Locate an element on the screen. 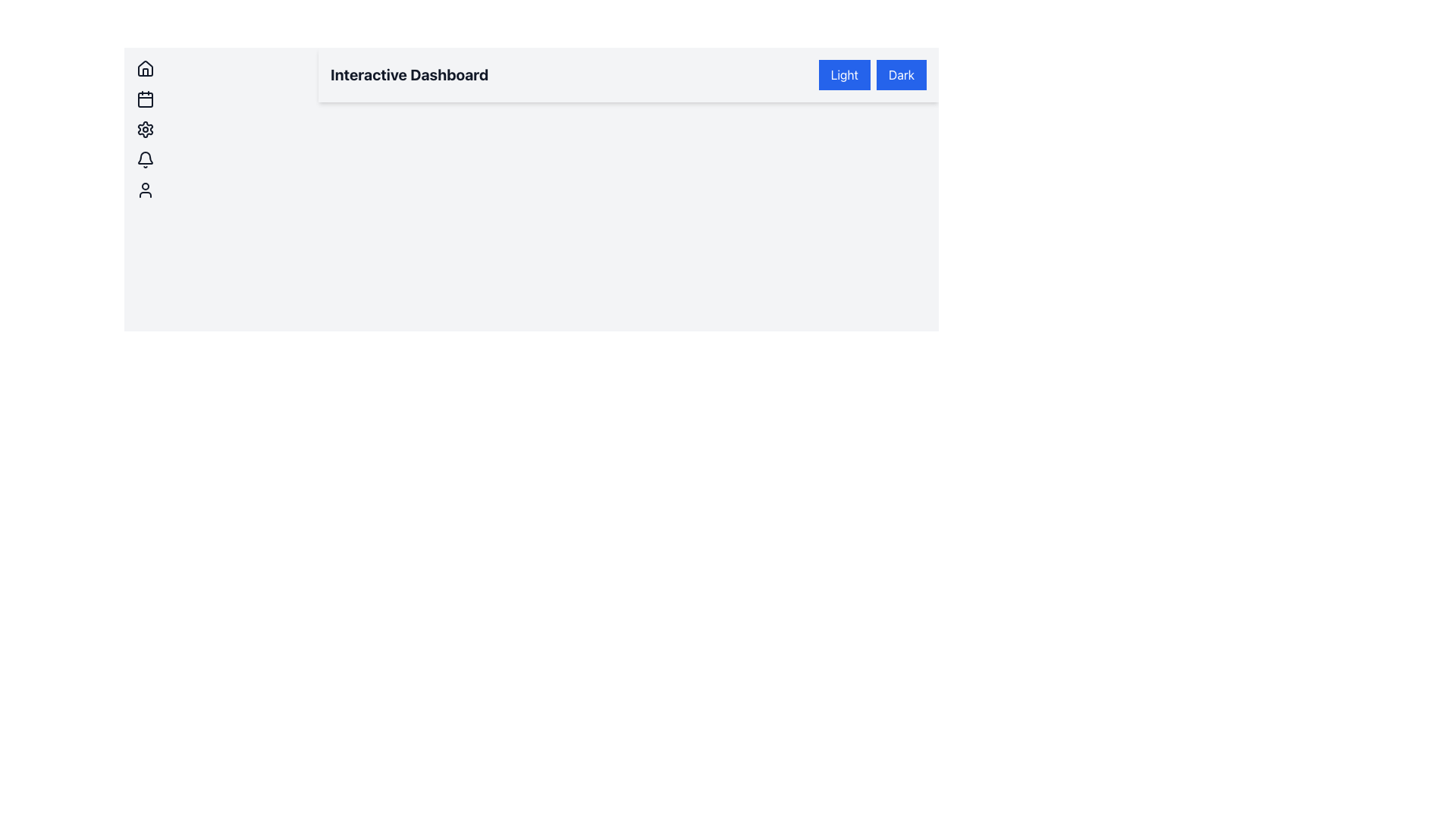 The image size is (1456, 819). the settings icon, which is a gear-shaped icon with a solid black outline, positioned as the third icon in a vertical list on the left side panel of the interface is located at coordinates (146, 128).